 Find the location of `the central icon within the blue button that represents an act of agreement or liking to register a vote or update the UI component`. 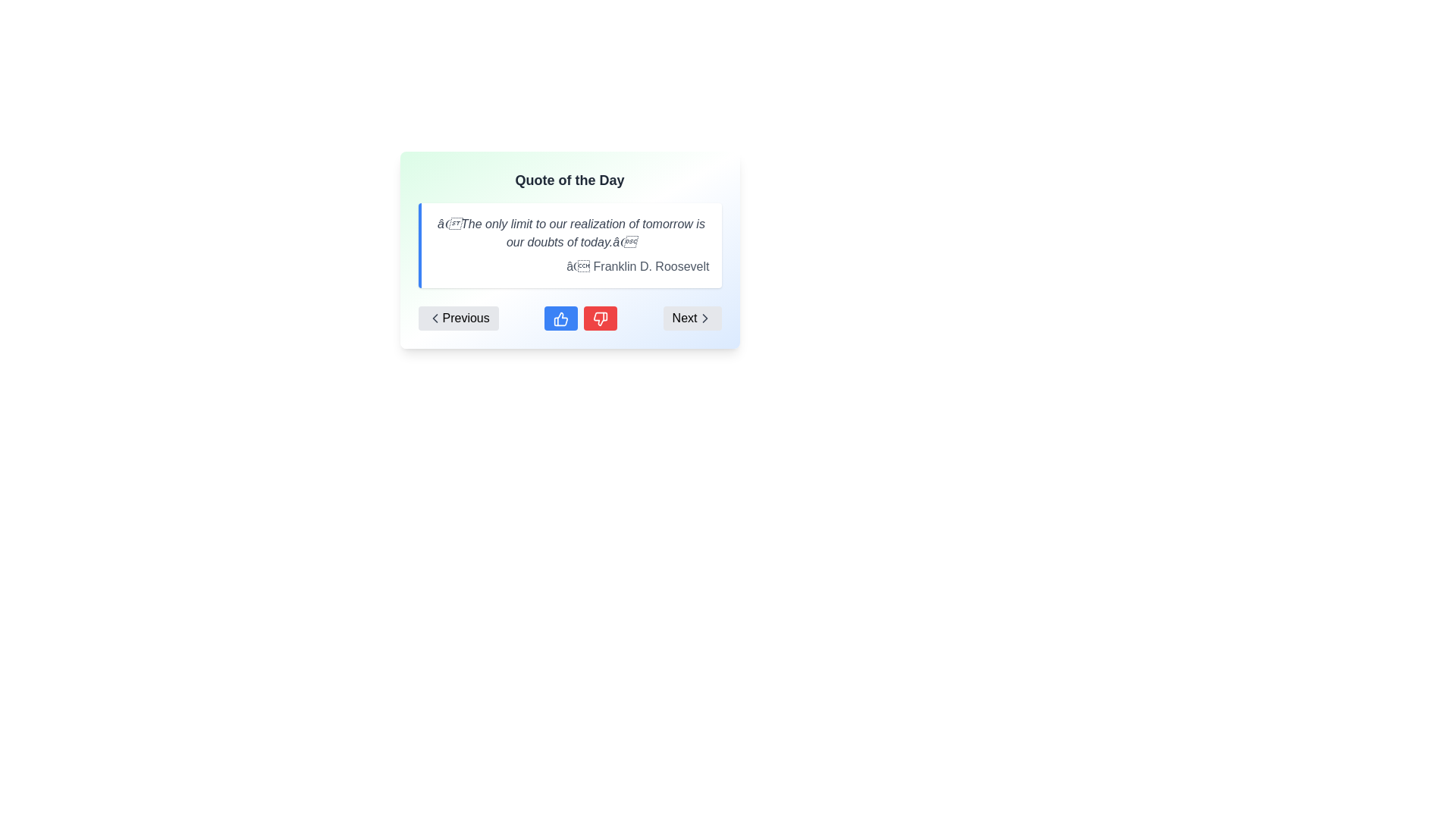

the central icon within the blue button that represents an act of agreement or liking to register a vote or update the UI component is located at coordinates (560, 318).